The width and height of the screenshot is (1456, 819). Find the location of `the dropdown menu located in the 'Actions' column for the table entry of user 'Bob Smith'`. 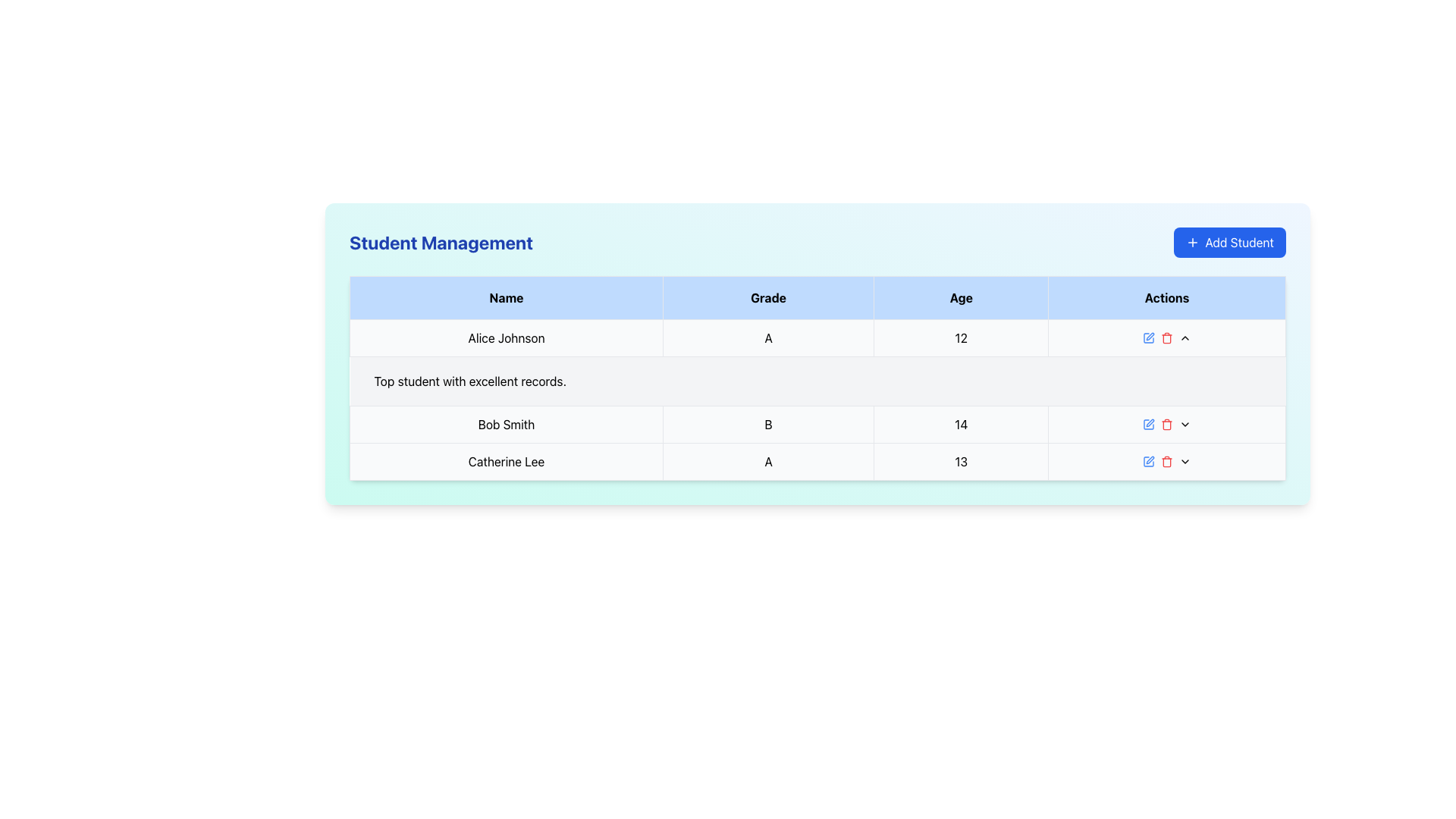

the dropdown menu located in the 'Actions' column for the table entry of user 'Bob Smith' is located at coordinates (1166, 424).